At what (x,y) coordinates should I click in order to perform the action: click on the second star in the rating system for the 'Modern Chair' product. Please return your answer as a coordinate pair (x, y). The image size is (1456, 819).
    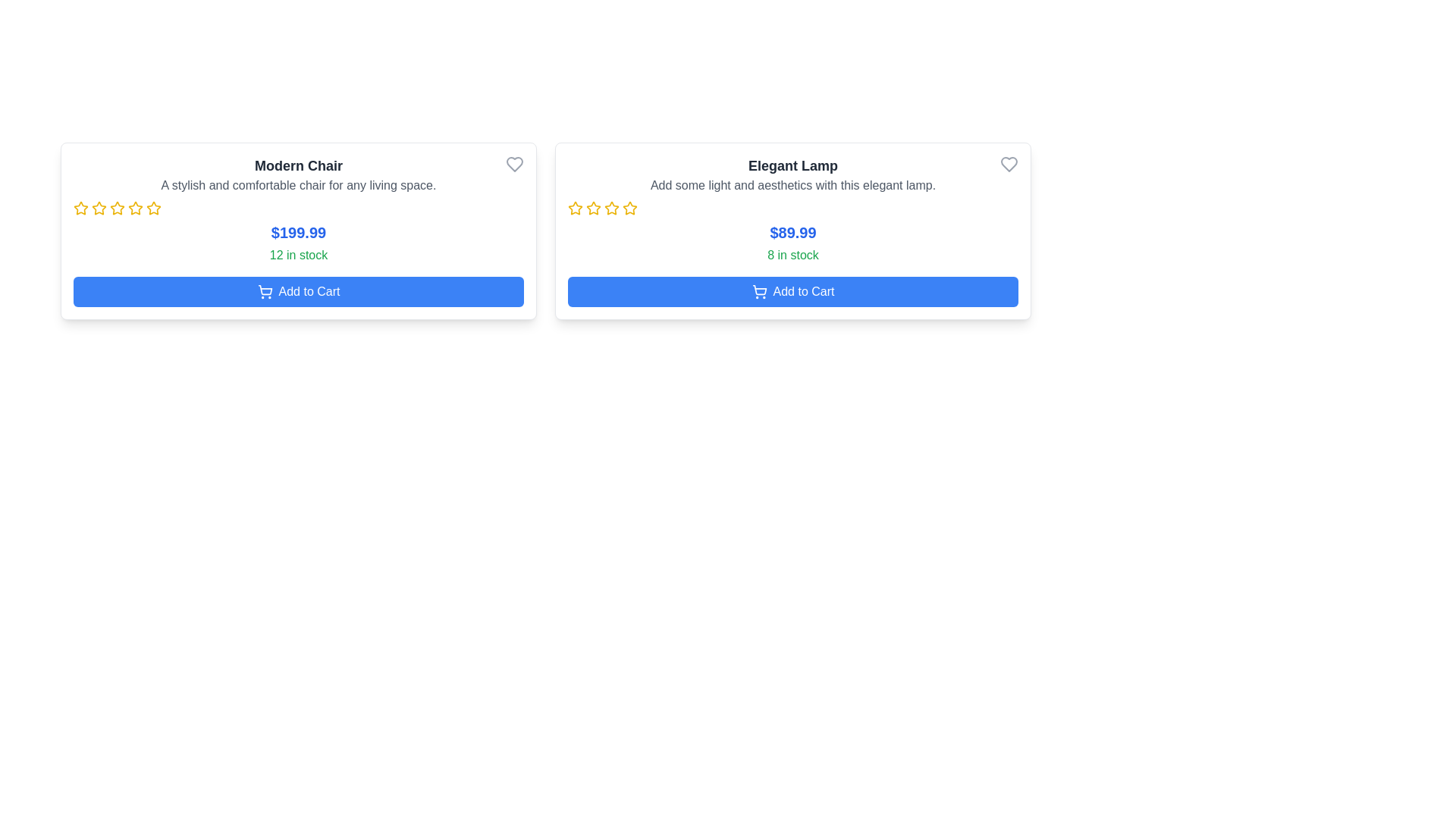
    Looking at the image, I should click on (116, 208).